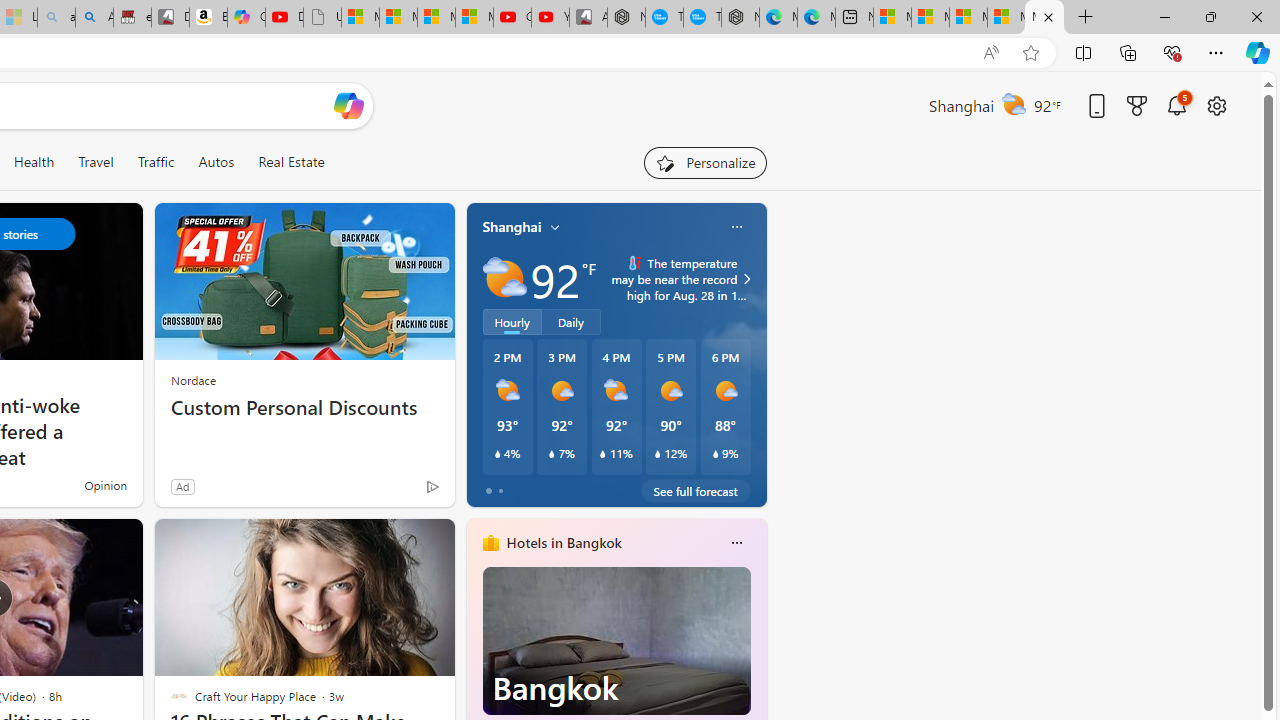 This screenshot has width=1280, height=720. Describe the element at coordinates (555, 226) in the screenshot. I see `'My location'` at that location.